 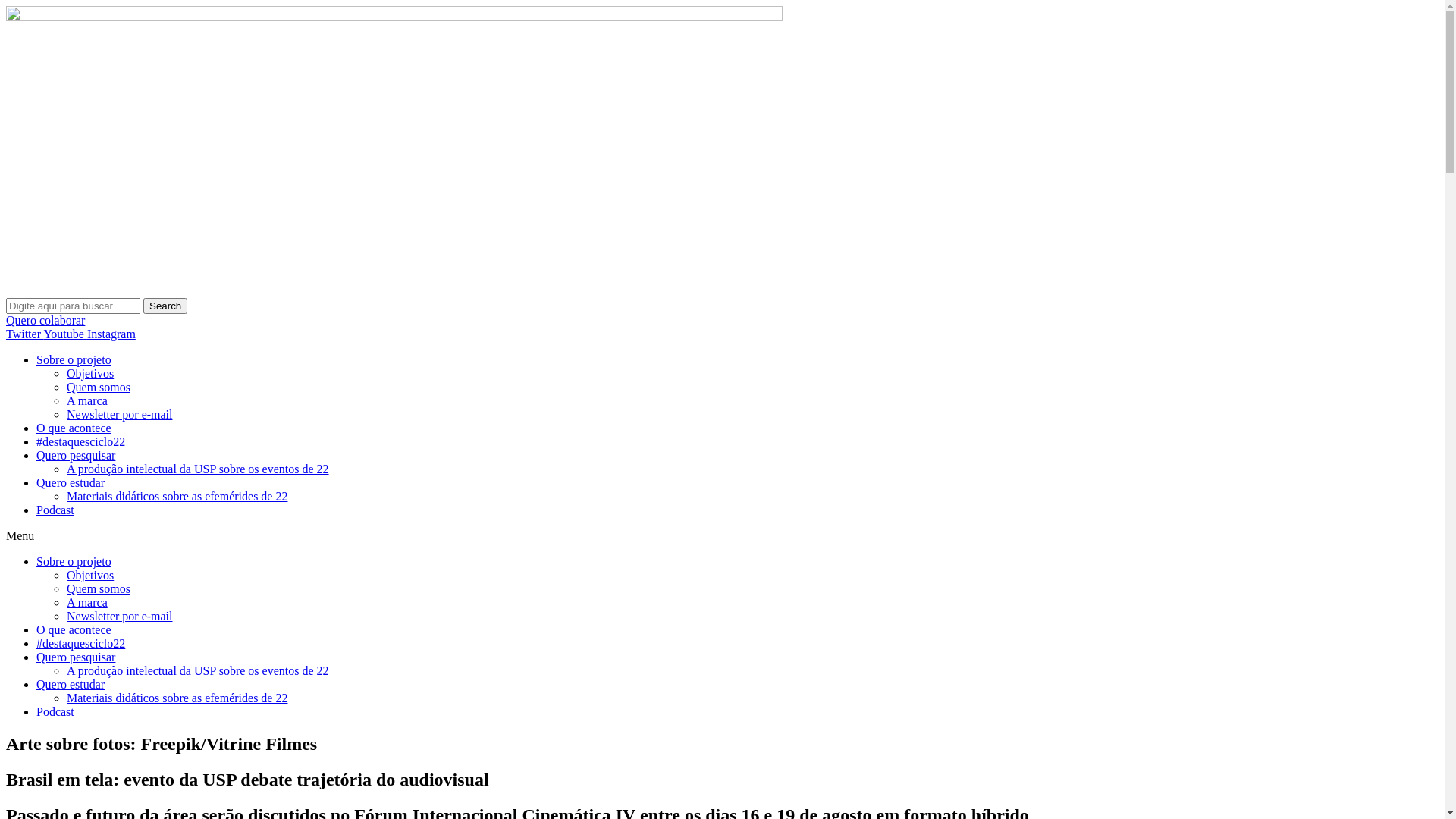 What do you see at coordinates (86, 601) in the screenshot?
I see `'A marca'` at bounding box center [86, 601].